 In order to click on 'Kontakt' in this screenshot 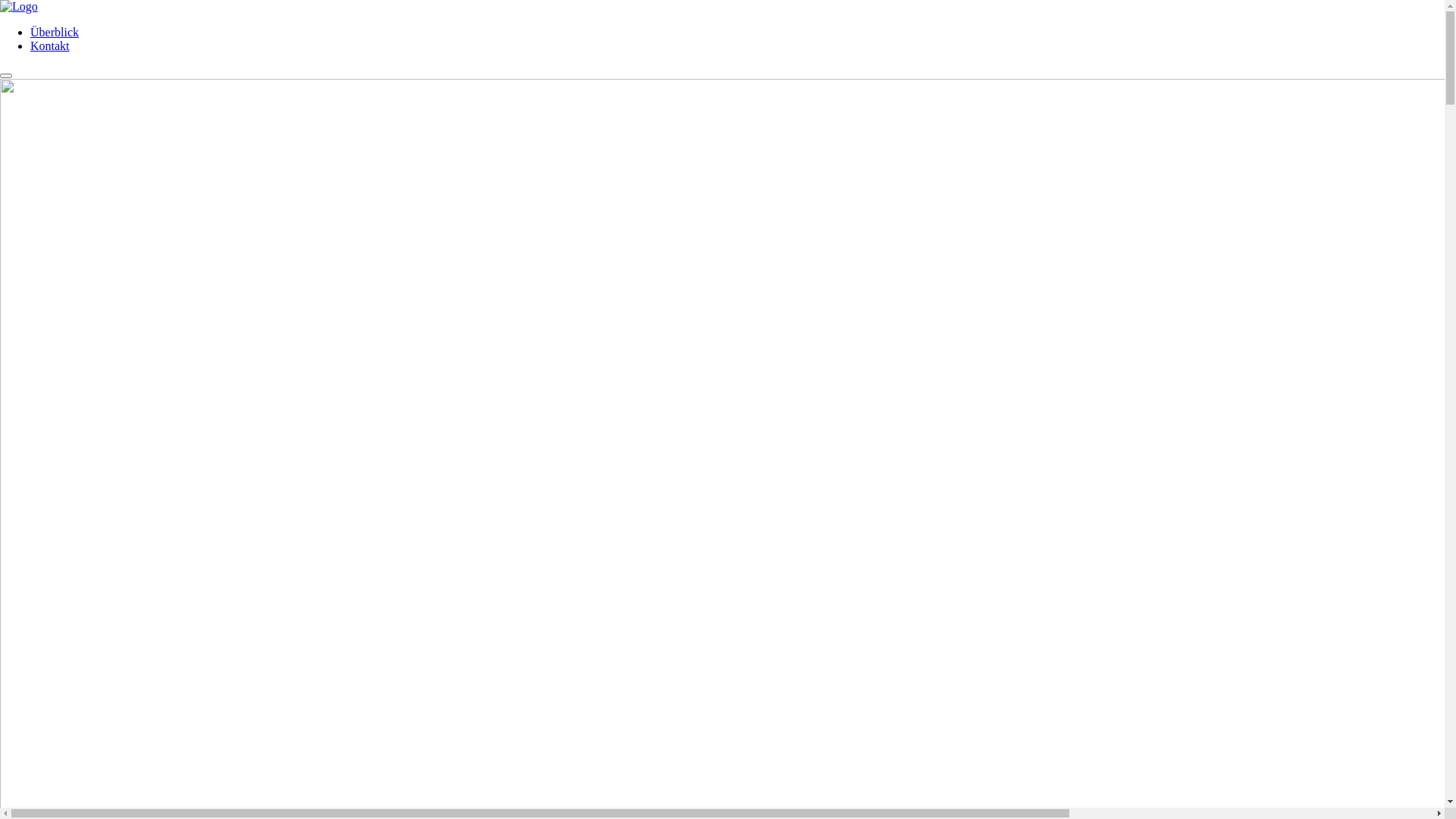, I will do `click(30, 45)`.